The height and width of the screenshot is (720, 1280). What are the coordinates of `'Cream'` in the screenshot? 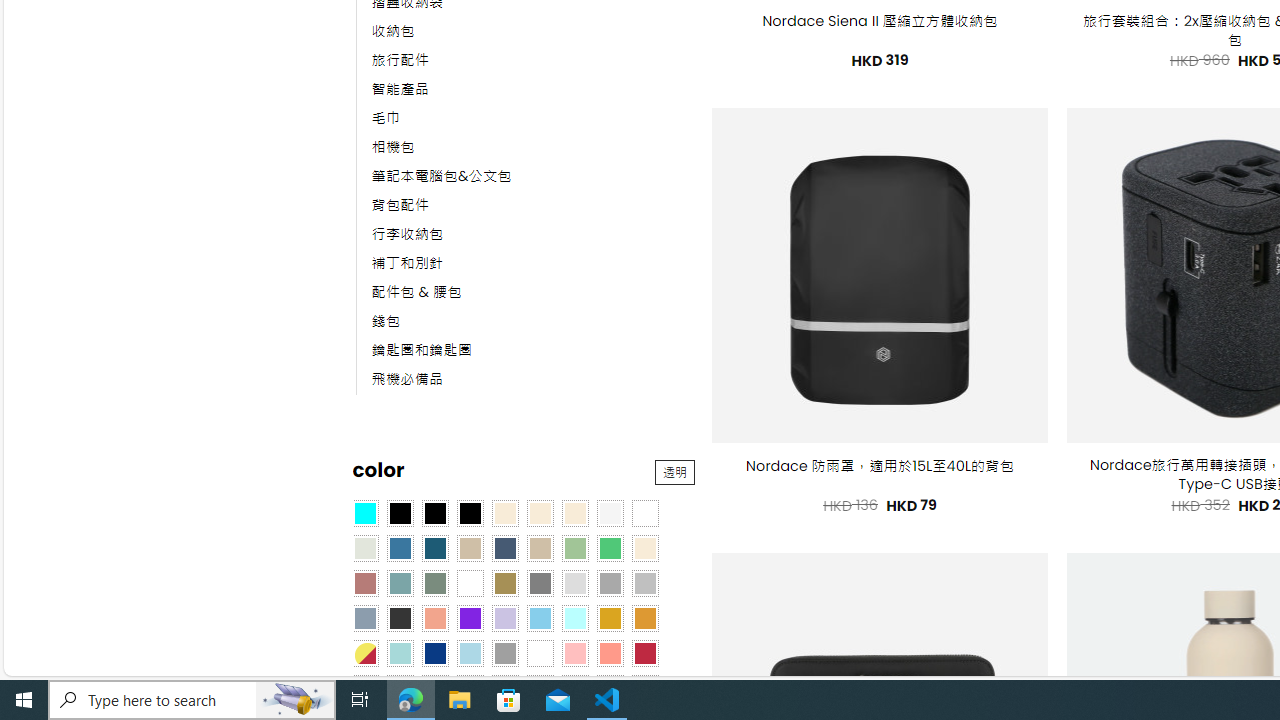 It's located at (573, 513).